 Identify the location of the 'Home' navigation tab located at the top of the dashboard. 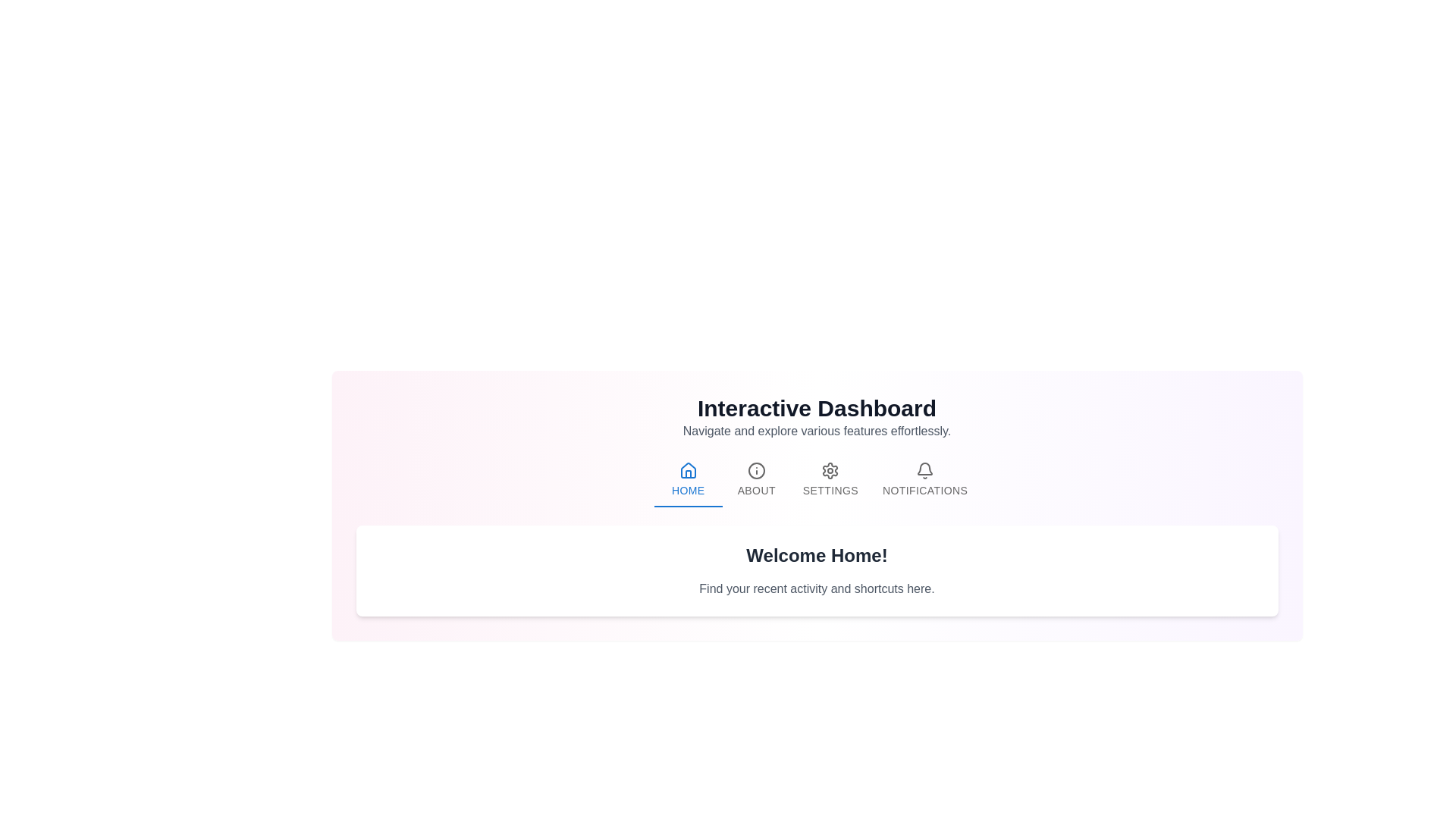
(687, 479).